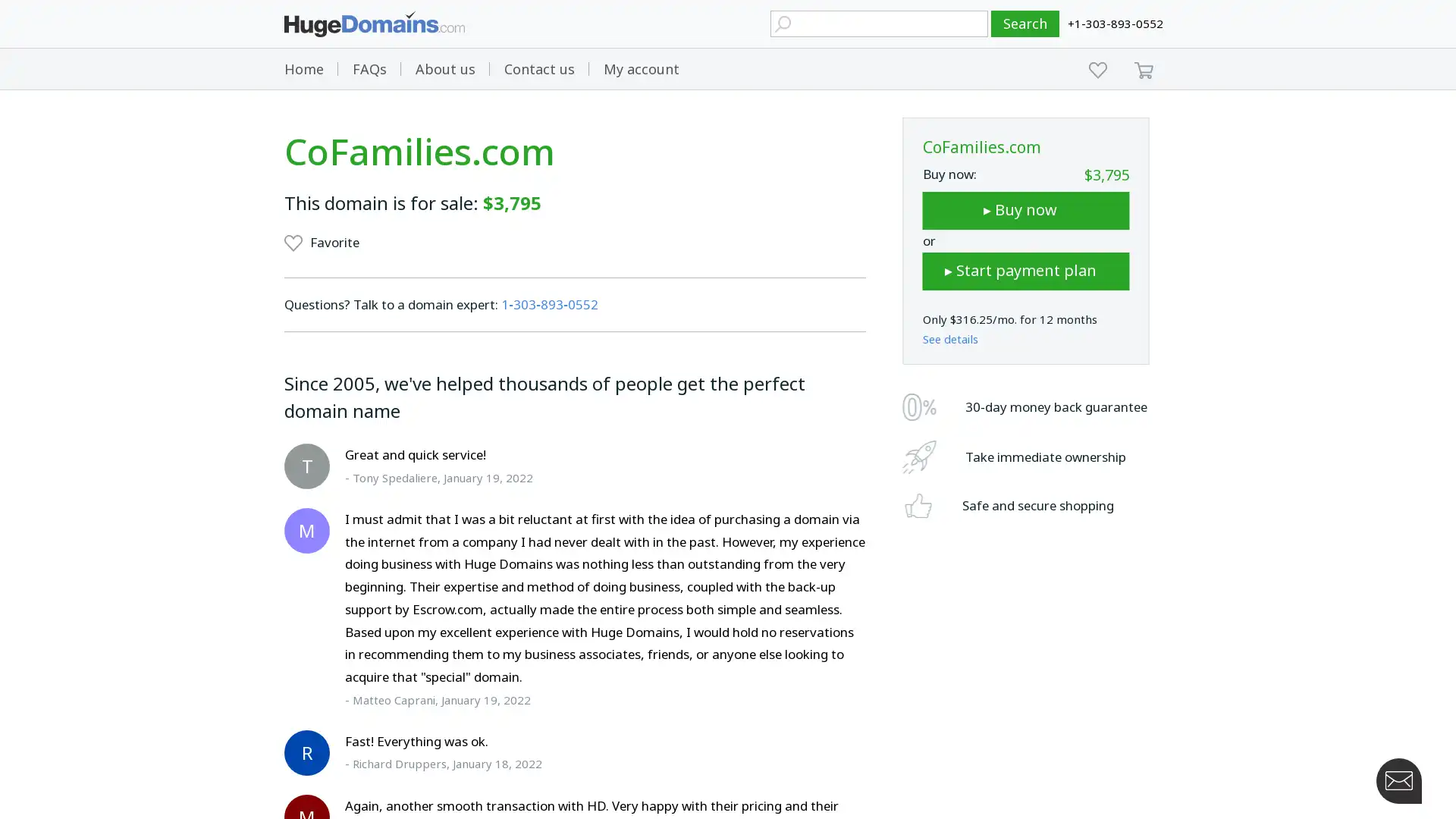 This screenshot has width=1456, height=819. Describe the element at coordinates (1025, 24) in the screenshot. I see `Search` at that location.